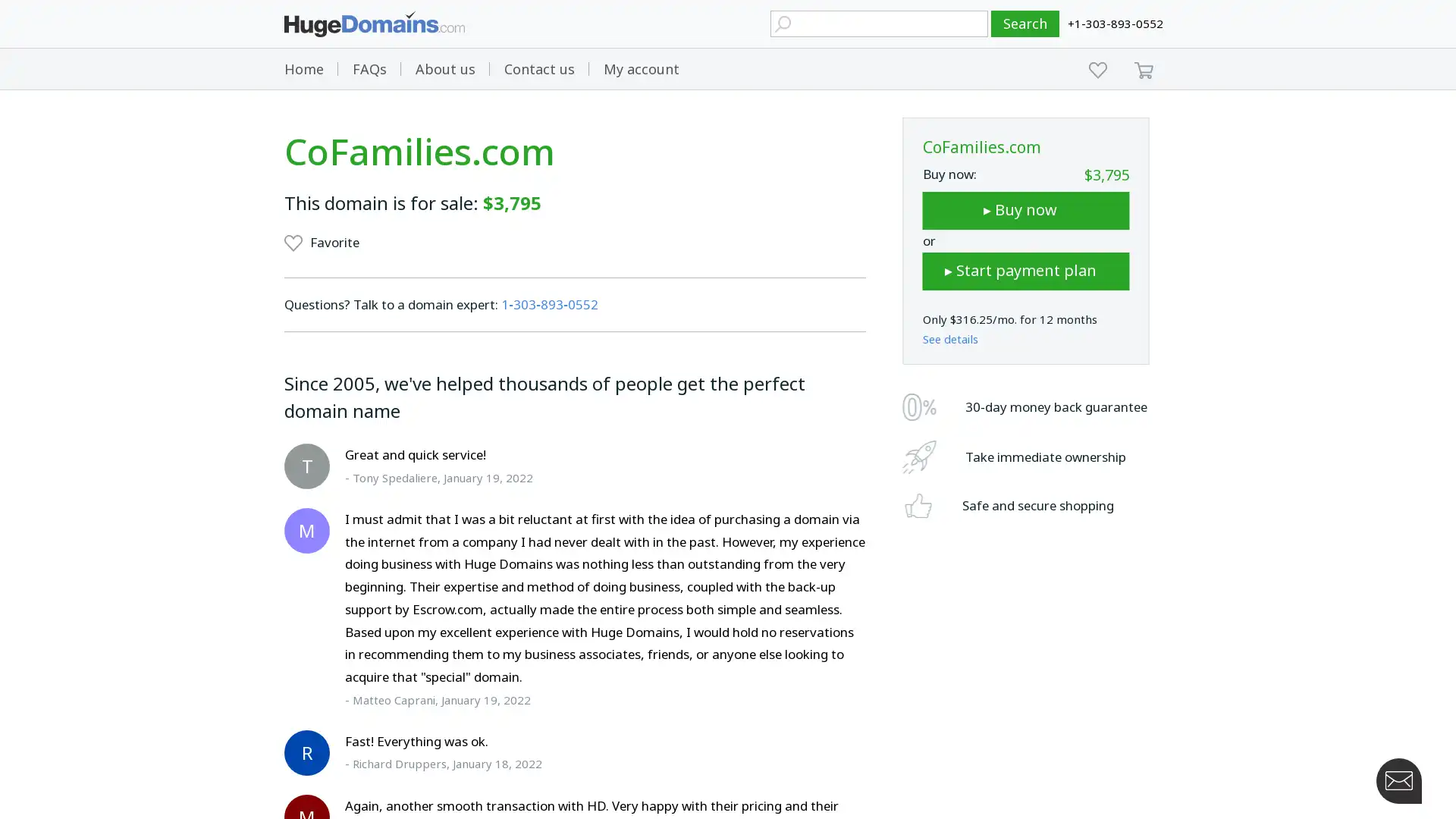 This screenshot has width=1456, height=819. Describe the element at coordinates (1025, 24) in the screenshot. I see `Search` at that location.